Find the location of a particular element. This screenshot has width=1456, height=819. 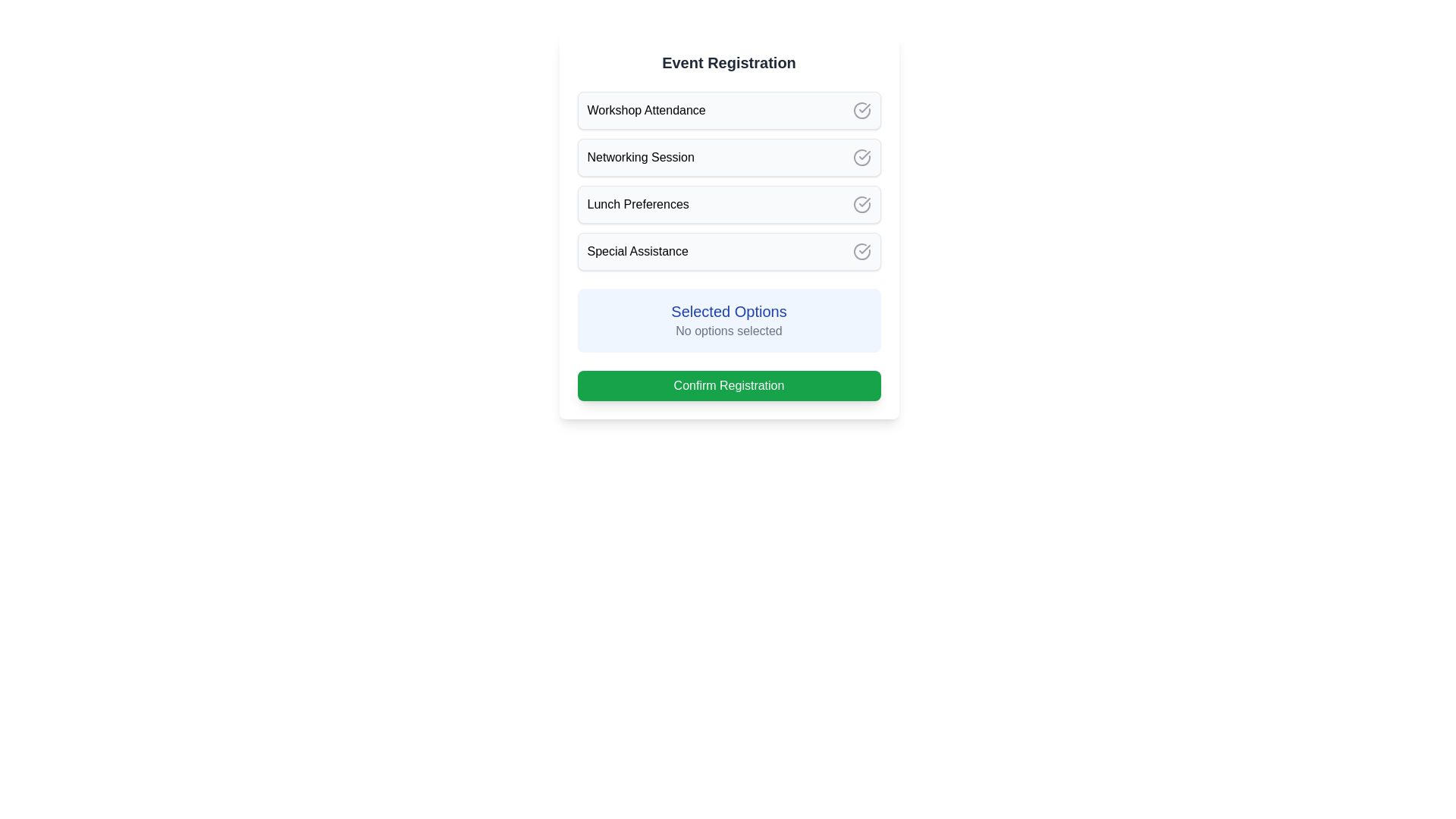

the static text label 'Lunch Preferences' which is the third item in the event registration form options, located below 'Networking Session' and above 'Special Assistance' is located at coordinates (638, 205).